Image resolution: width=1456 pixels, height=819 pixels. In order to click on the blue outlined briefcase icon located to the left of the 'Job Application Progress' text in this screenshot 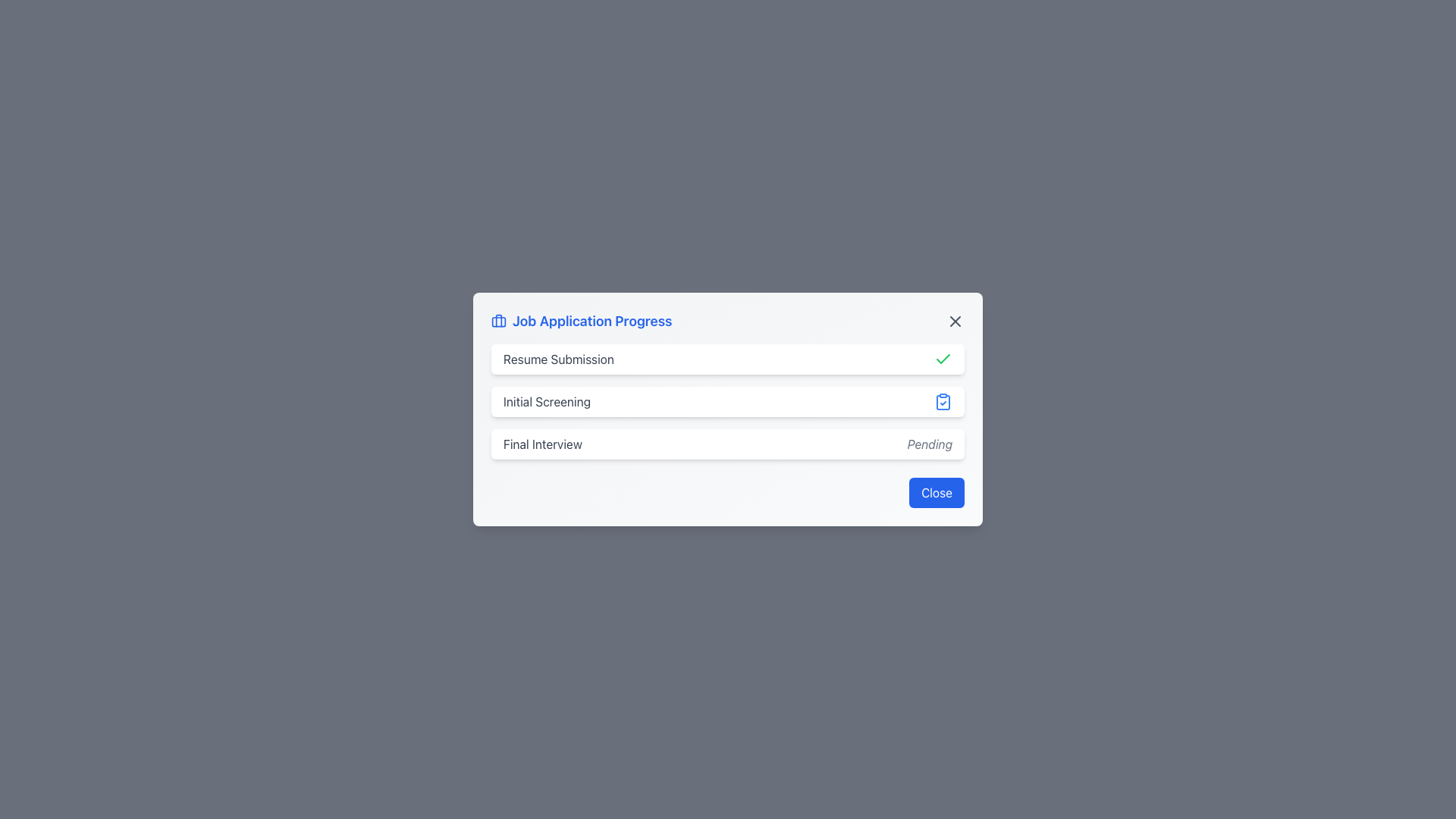, I will do `click(498, 321)`.